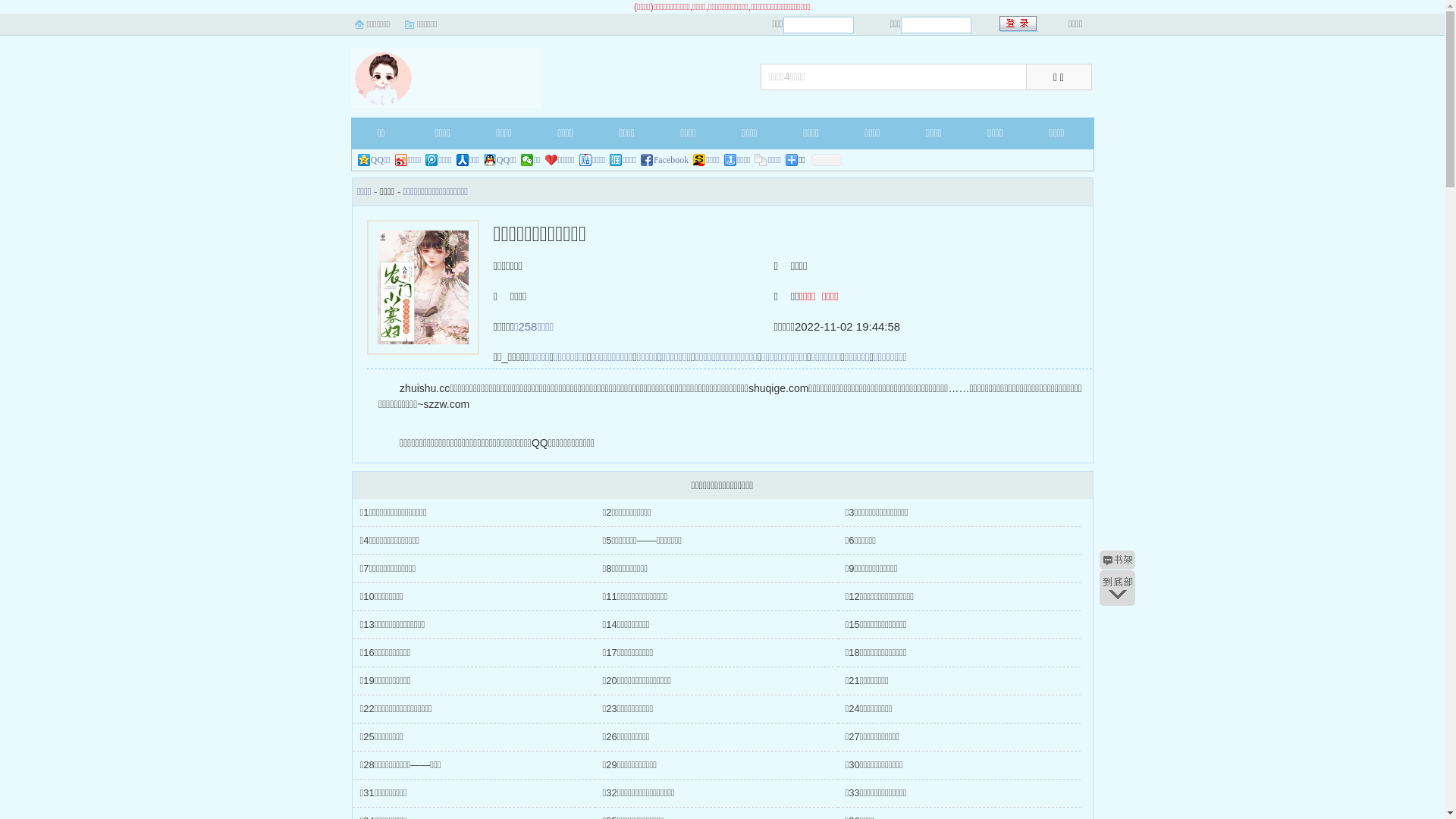 The image size is (1456, 819). Describe the element at coordinates (665, 160) in the screenshot. I see `'Facebook'` at that location.